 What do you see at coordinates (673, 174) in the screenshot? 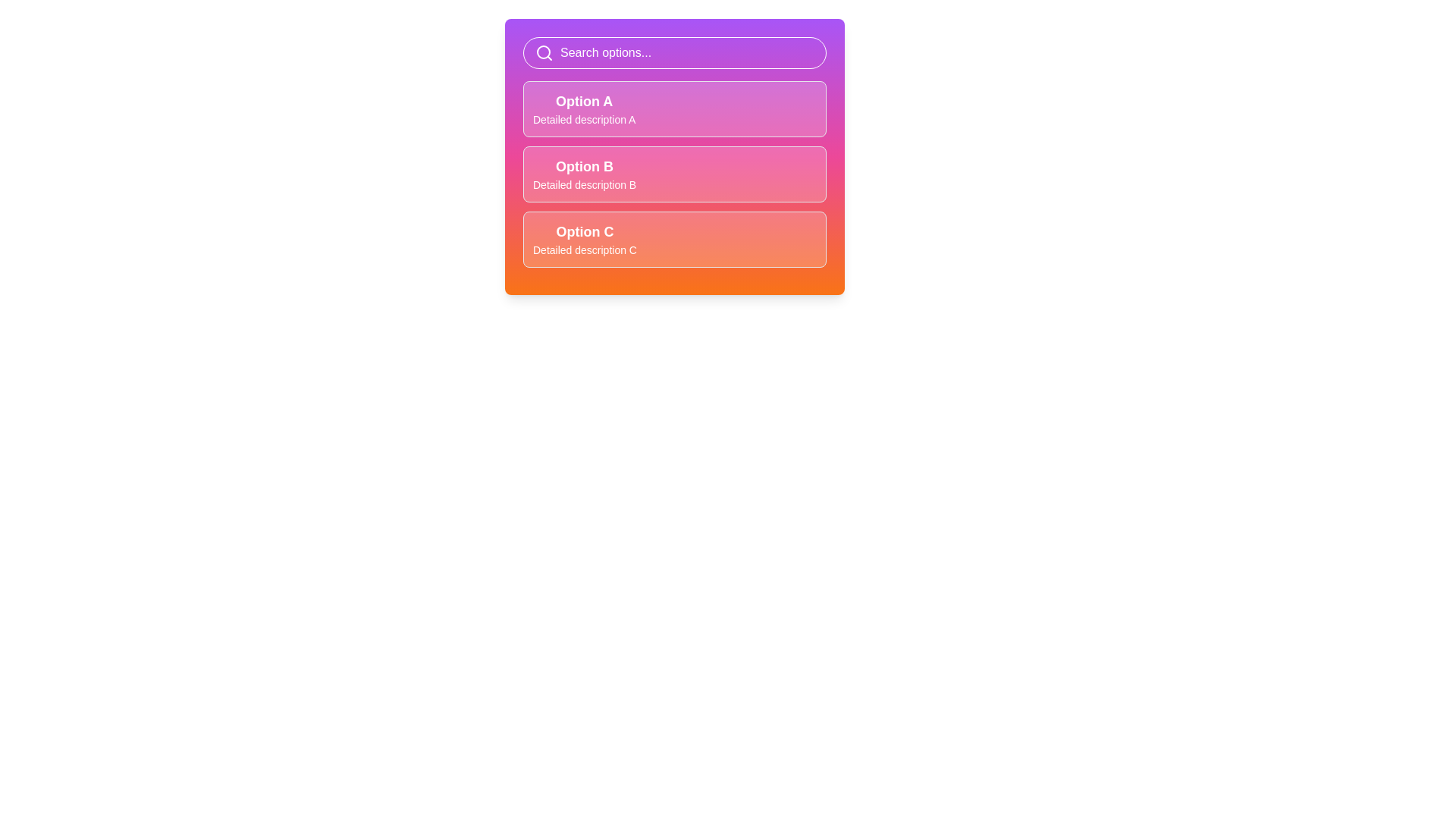
I see `the second item in the vertical list labeled 'Option B'` at bounding box center [673, 174].